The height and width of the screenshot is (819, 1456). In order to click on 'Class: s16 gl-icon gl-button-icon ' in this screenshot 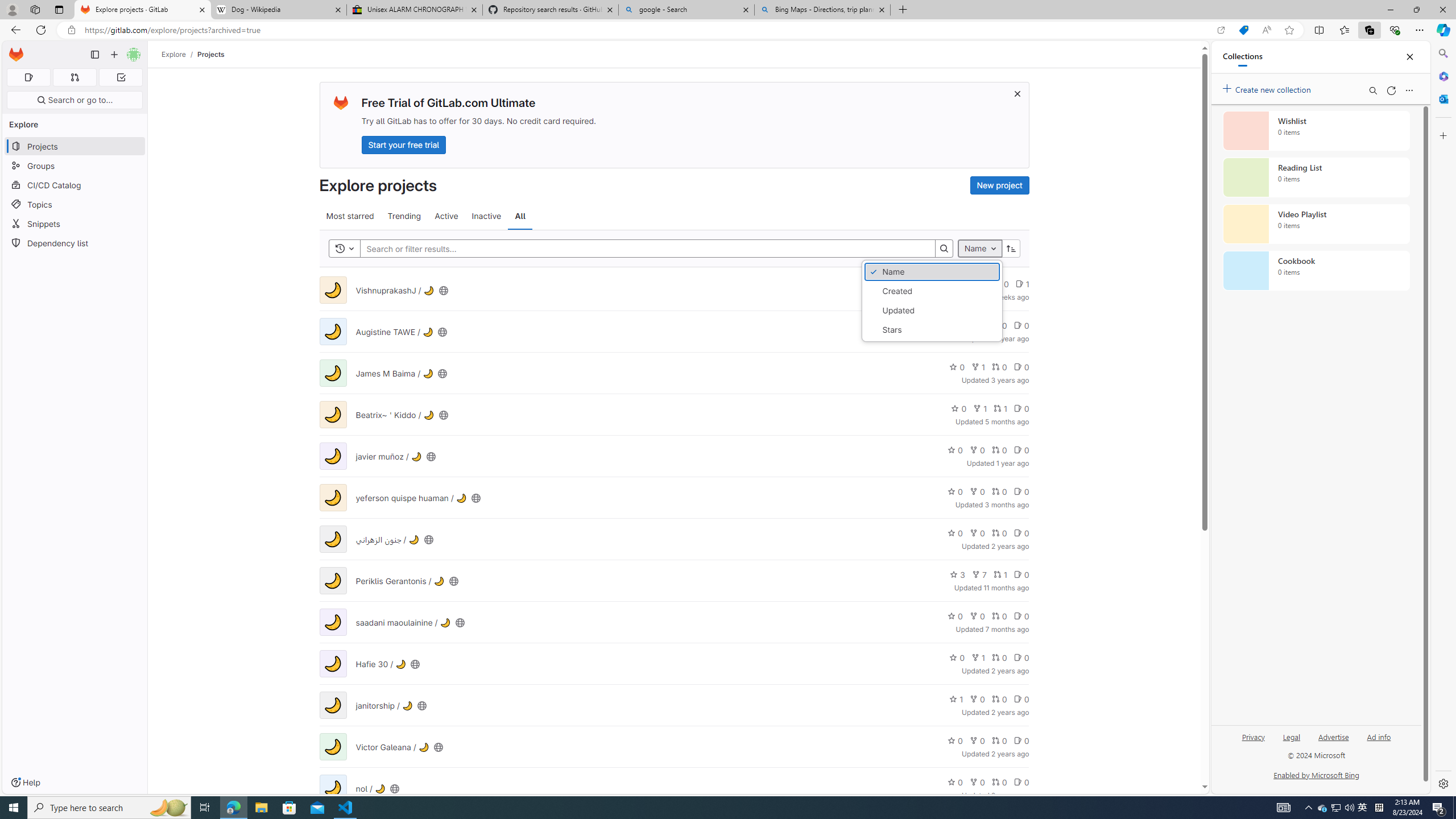, I will do `click(1016, 93)`.